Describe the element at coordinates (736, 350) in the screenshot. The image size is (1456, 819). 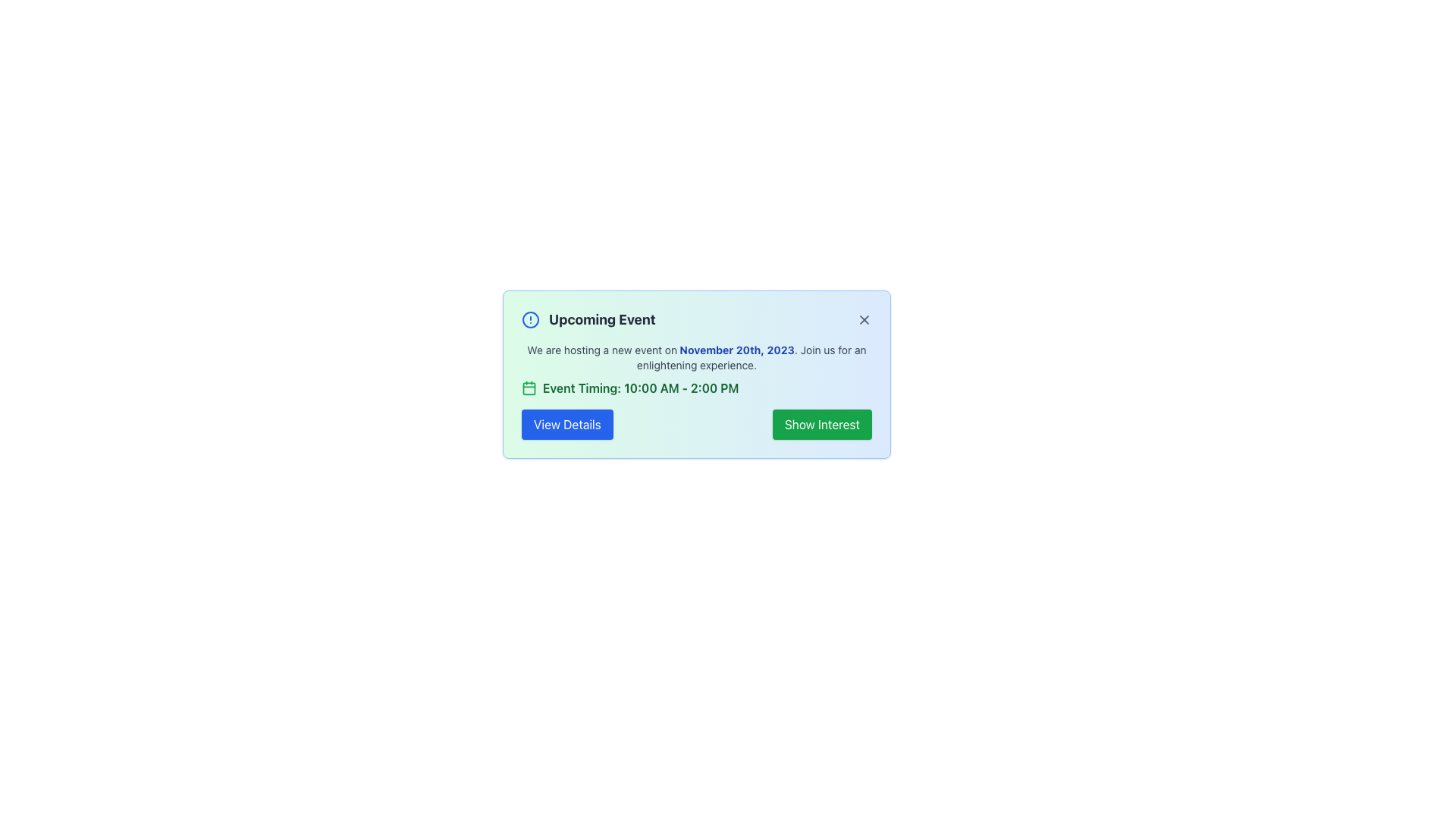
I see `the blue-colored, underlined text segment displaying 'November 20th, 2023', which is styled as a hyperlink within the 'Upcoming Event' card layout` at that location.